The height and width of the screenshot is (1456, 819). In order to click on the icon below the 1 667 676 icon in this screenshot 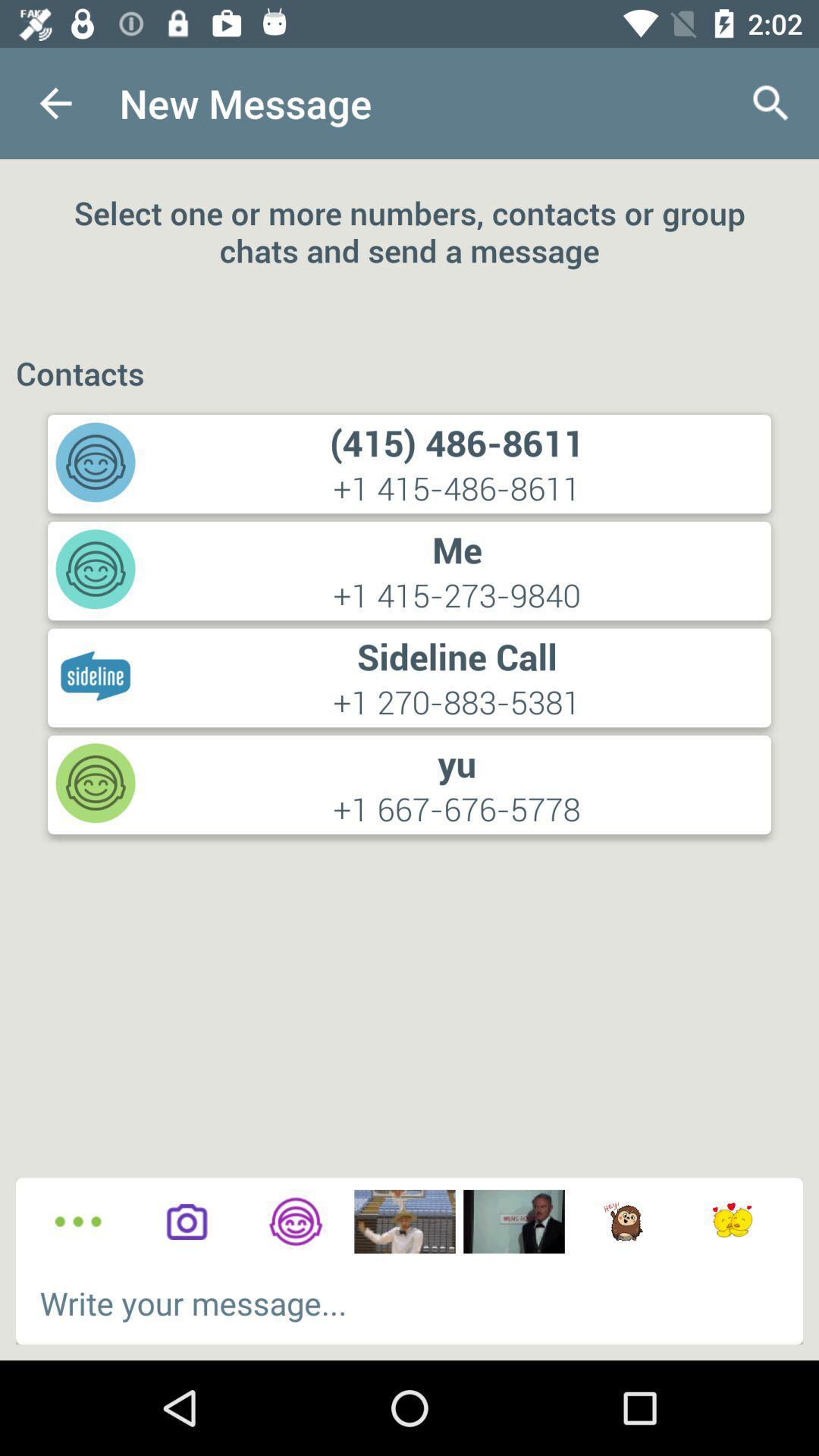, I will do `click(295, 1222)`.